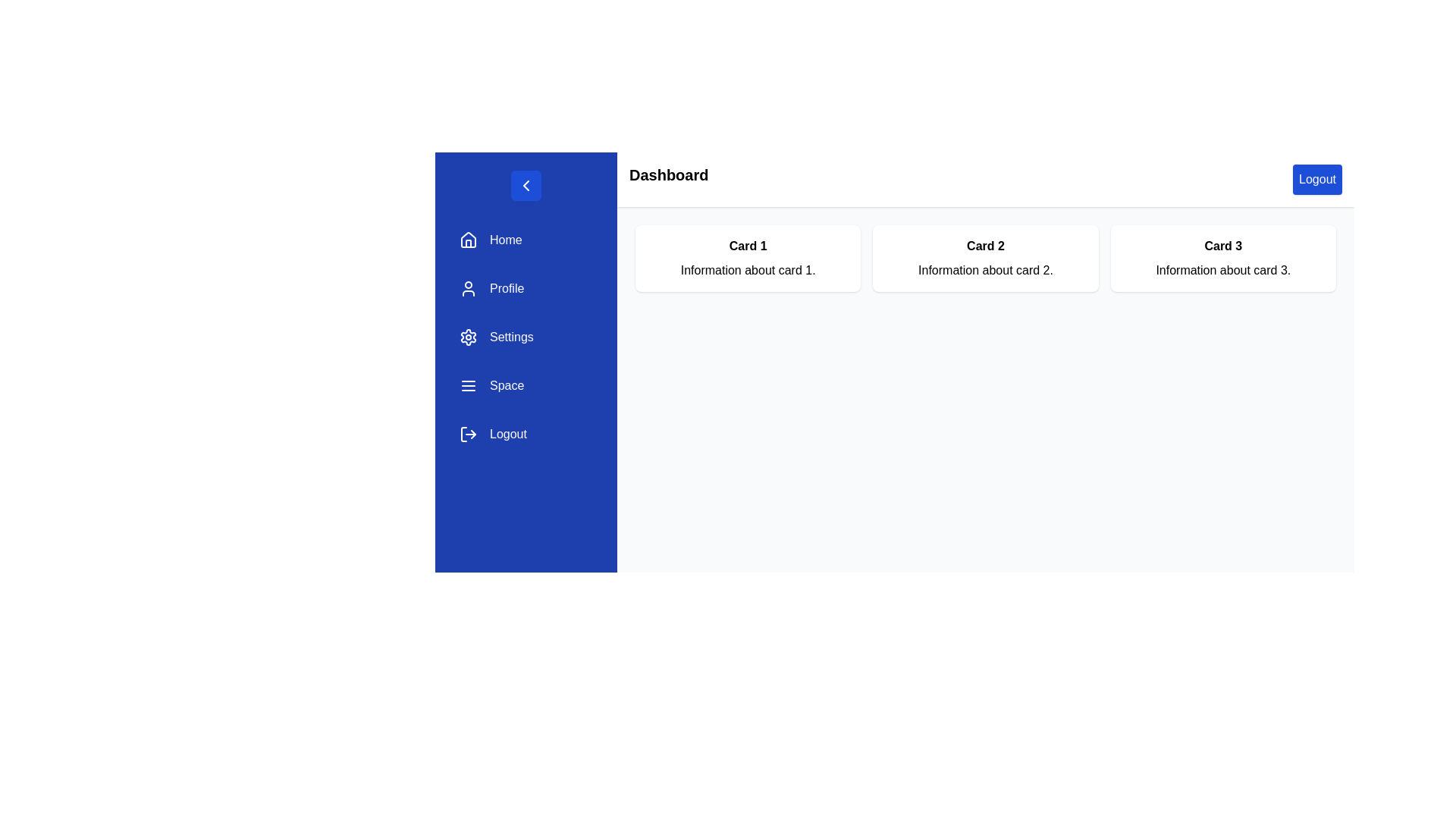  I want to click on the Text label located in the second card, positioned below the title text 'Card 2', so click(986, 270).